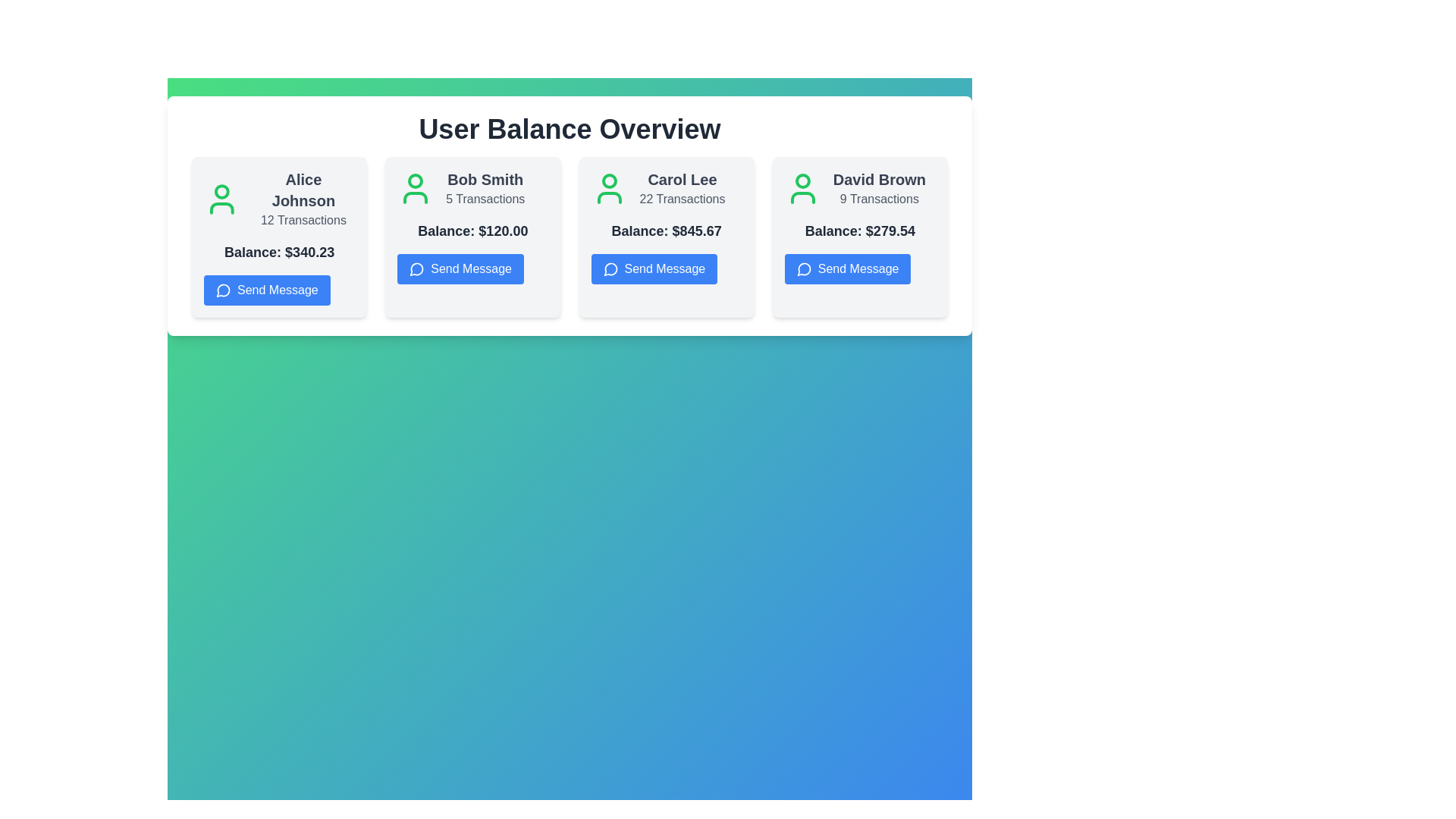  Describe the element at coordinates (416, 268) in the screenshot. I see `the messaging icon within the blue 'Send Message' button located in the card of 'Bob Smith', which is slightly left positioned beneath the balance information` at that location.